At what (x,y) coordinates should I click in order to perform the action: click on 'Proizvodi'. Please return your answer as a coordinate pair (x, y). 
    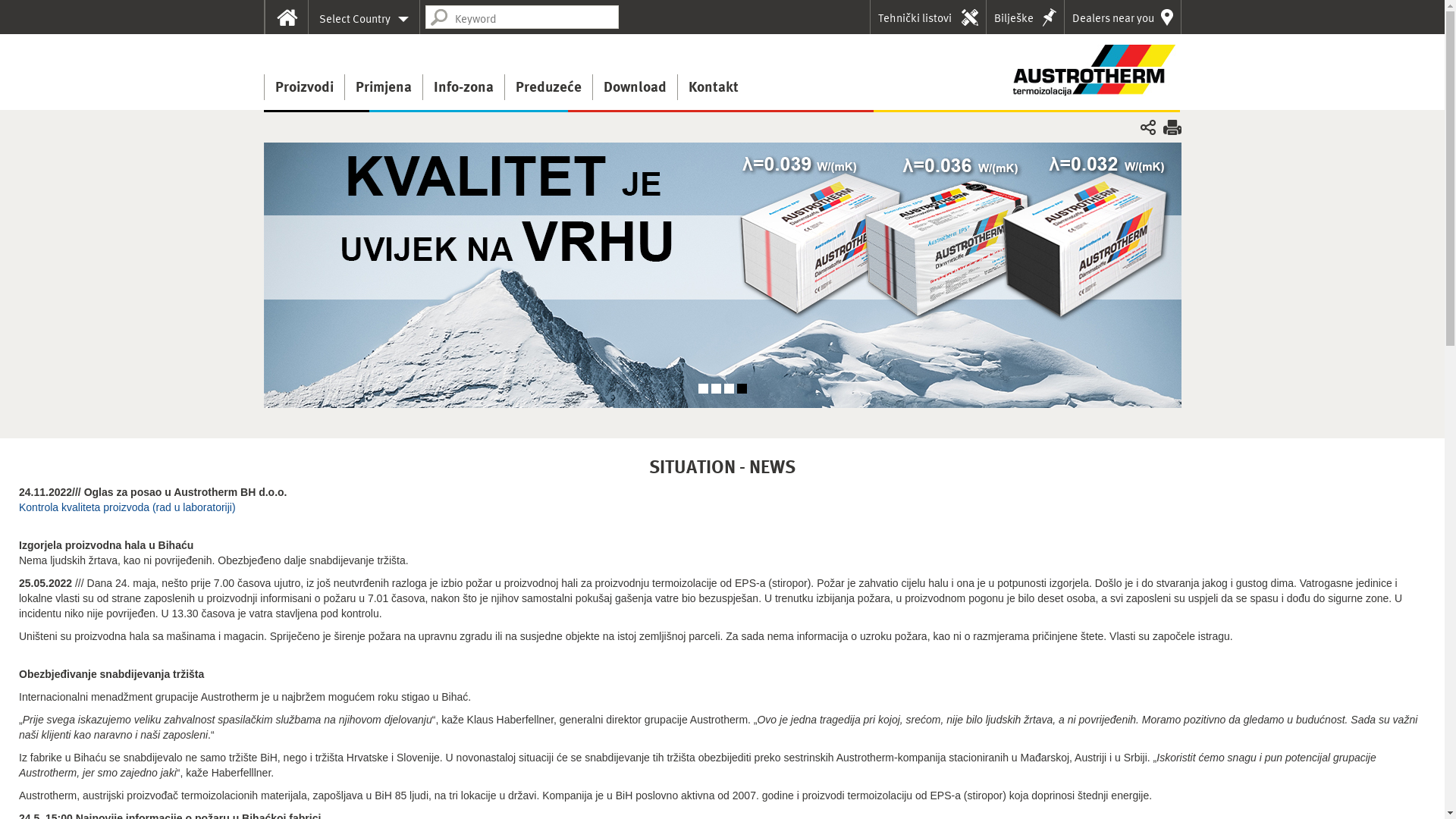
    Looking at the image, I should click on (303, 87).